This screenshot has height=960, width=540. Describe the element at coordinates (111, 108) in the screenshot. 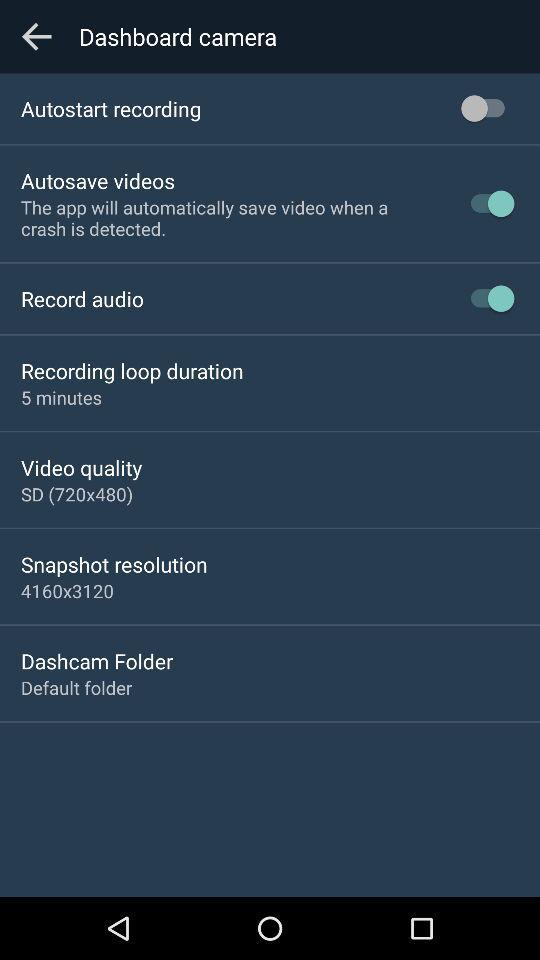

I see `autostart recording icon` at that location.